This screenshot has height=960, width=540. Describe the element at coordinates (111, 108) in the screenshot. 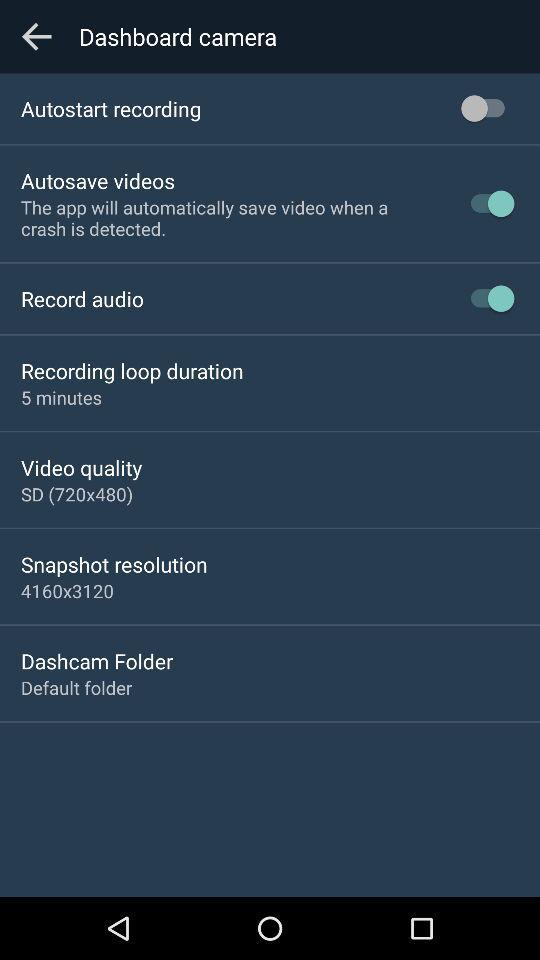

I see `autostart recording icon` at that location.